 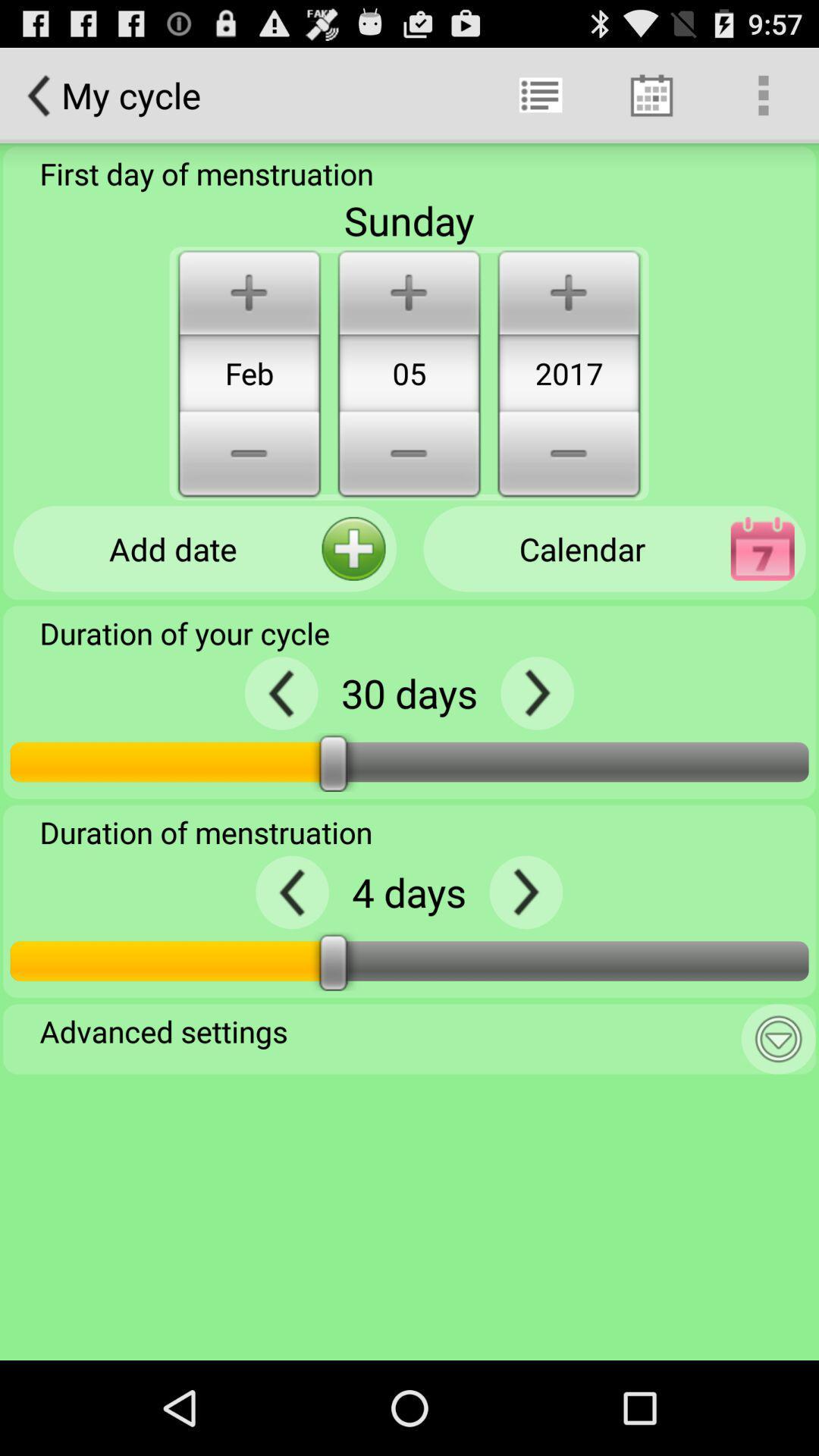 I want to click on the setting box, so click(x=778, y=1038).